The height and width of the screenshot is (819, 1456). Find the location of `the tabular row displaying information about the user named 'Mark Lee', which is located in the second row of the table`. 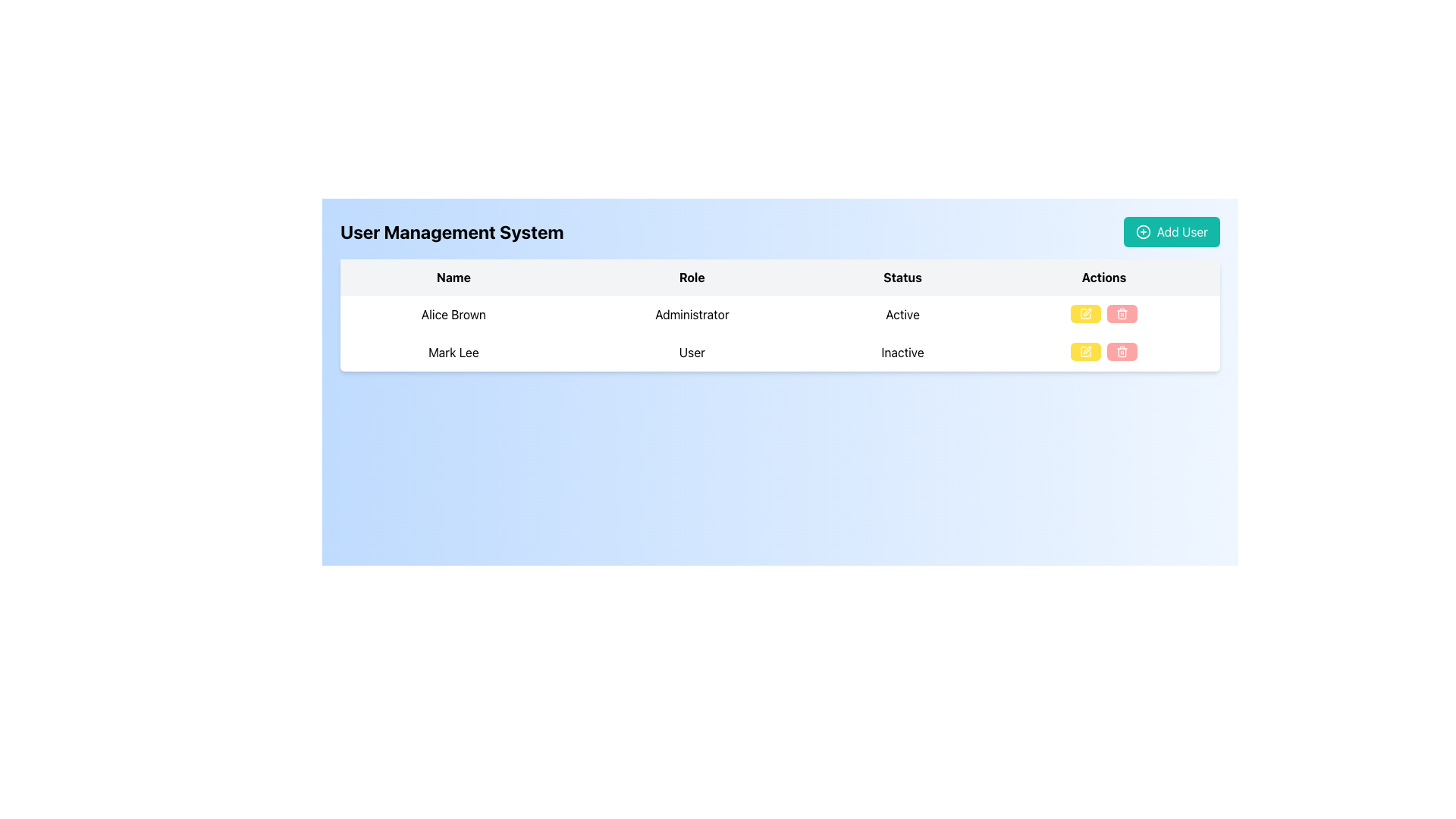

the tabular row displaying information about the user named 'Mark Lee', which is located in the second row of the table is located at coordinates (780, 353).